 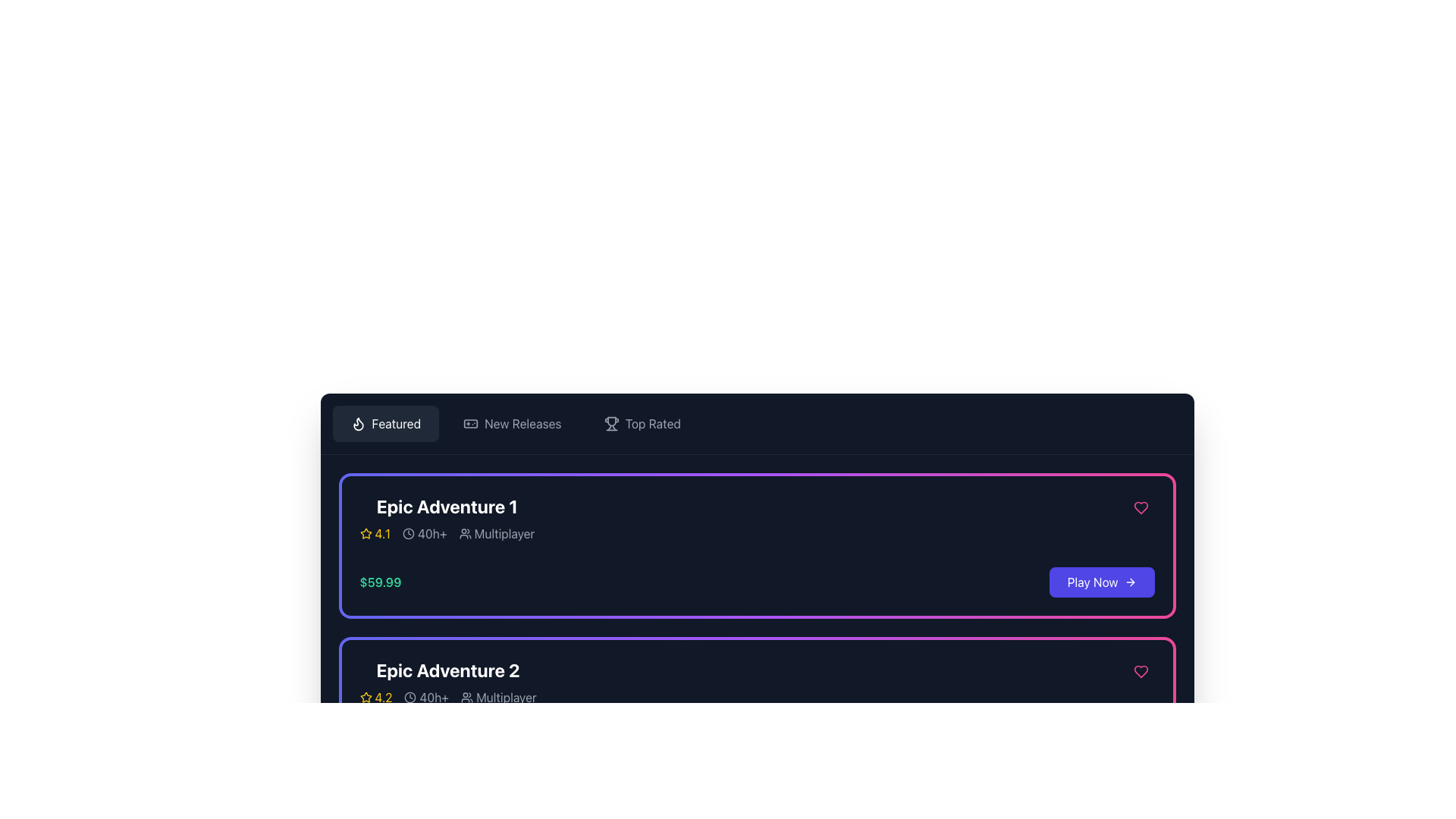 I want to click on the flame icon associated with the 'Featured' button, which is positioned before the text 'Featured' in the top-left section of the application interface, so click(x=357, y=424).